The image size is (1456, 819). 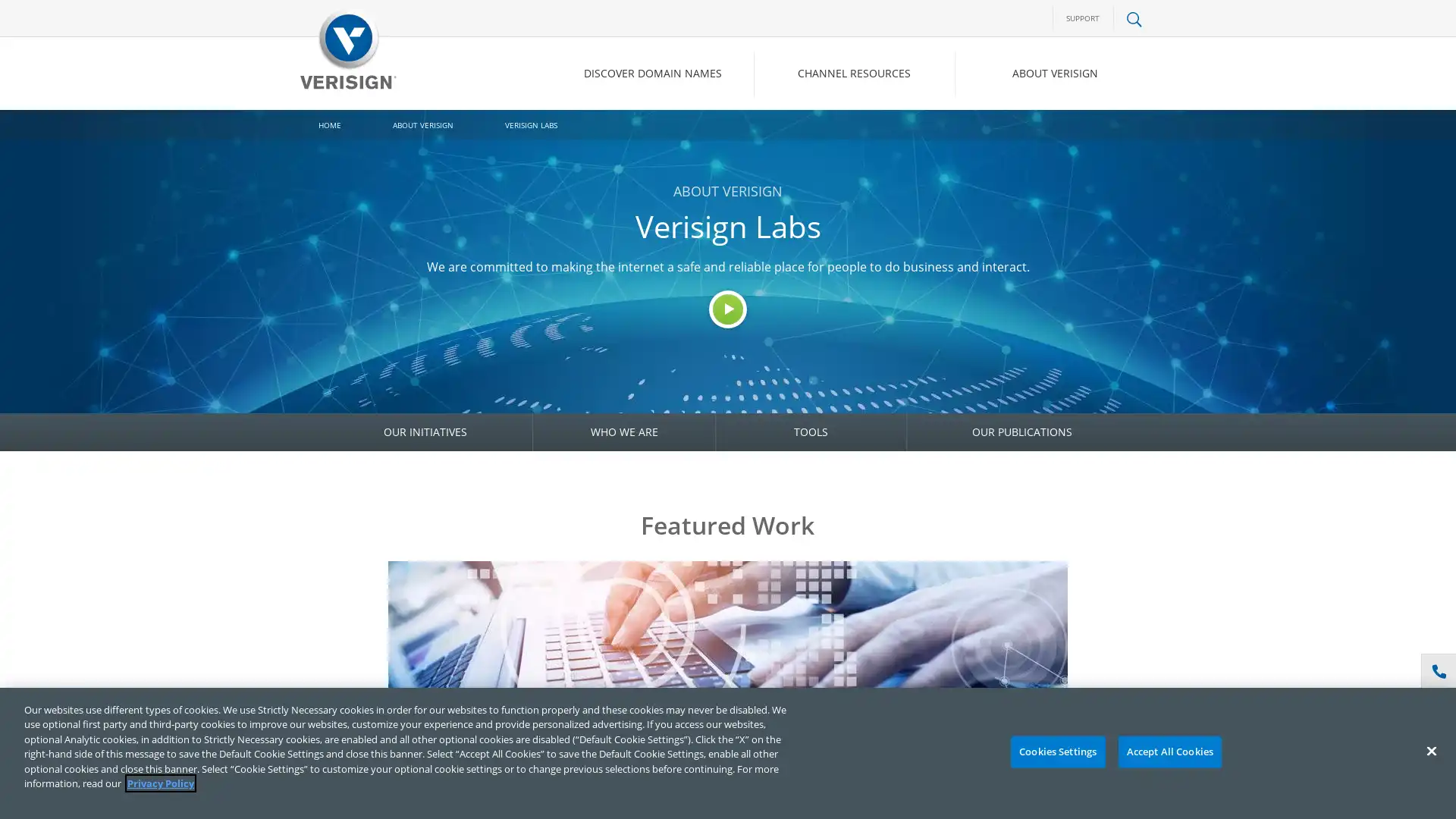 What do you see at coordinates (1012, 137) in the screenshot?
I see `Search` at bounding box center [1012, 137].